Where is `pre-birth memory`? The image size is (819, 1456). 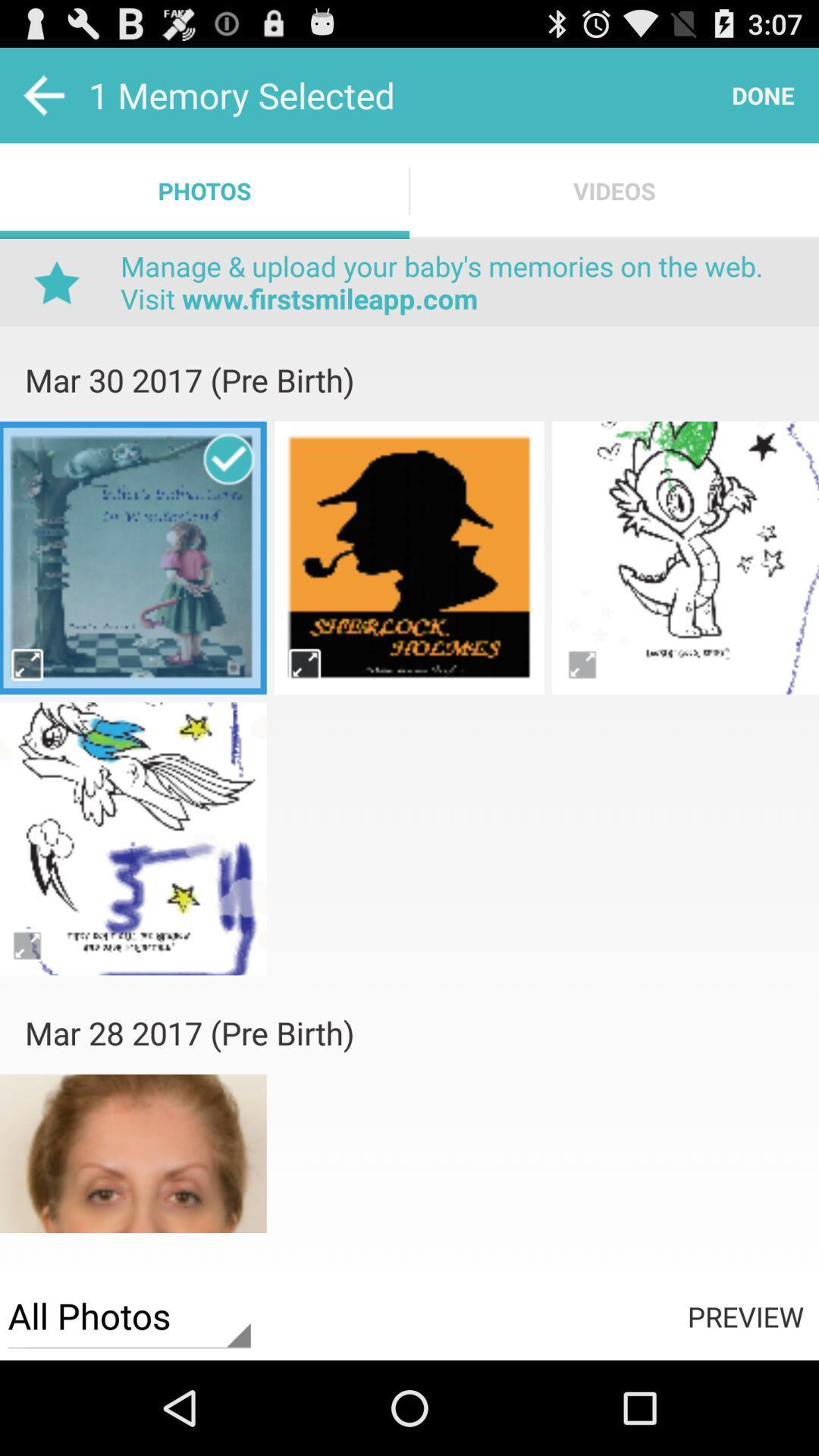
pre-birth memory is located at coordinates (409, 557).